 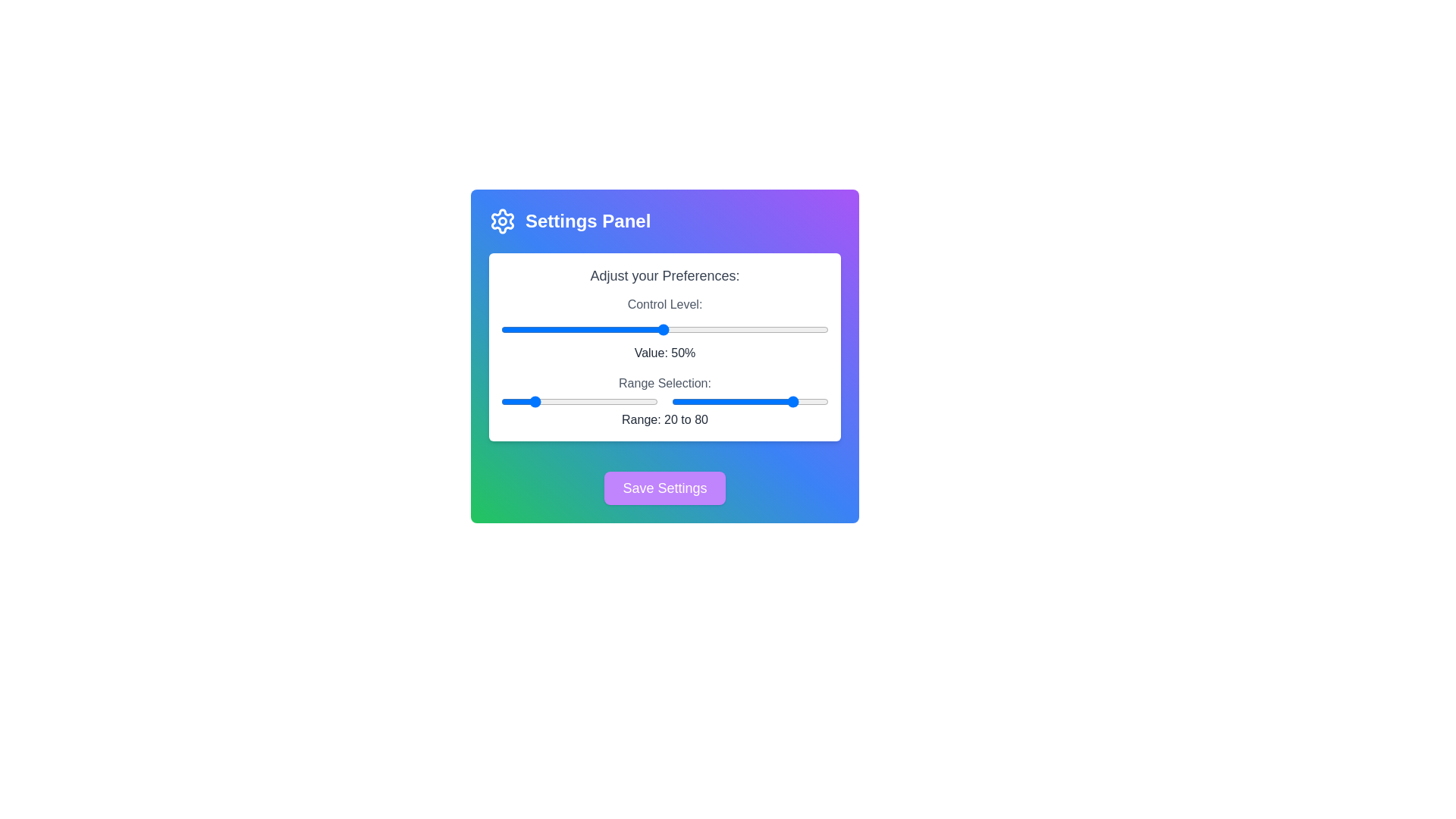 What do you see at coordinates (665, 329) in the screenshot?
I see `the track of the horizontal slider with a gradient from green to purple, located below the text 'Control Level:' and above 'Value: 50%', to set a value` at bounding box center [665, 329].